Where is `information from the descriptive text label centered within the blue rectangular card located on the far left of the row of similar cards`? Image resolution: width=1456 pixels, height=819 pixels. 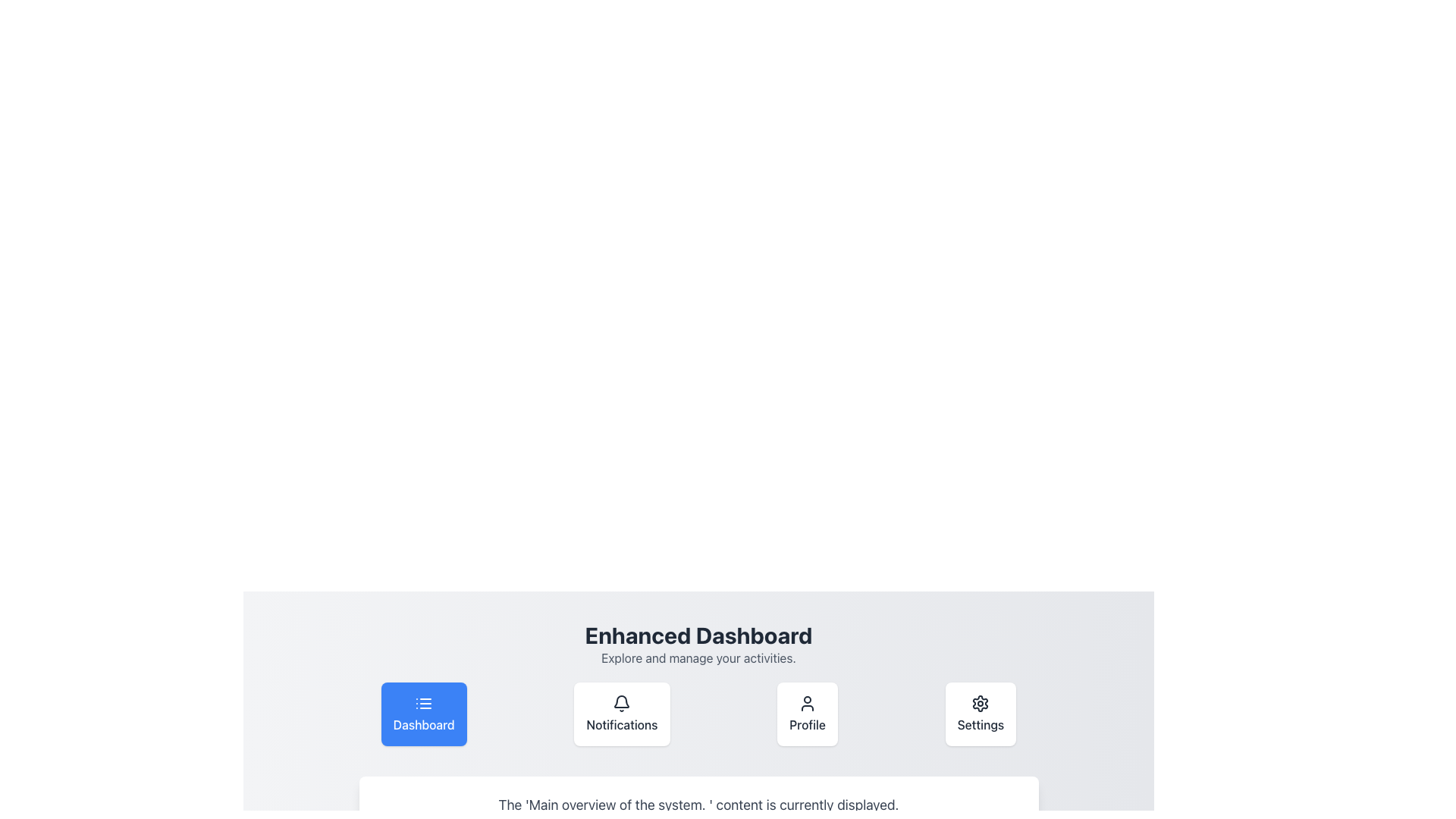 information from the descriptive text label centered within the blue rectangular card located on the far left of the row of similar cards is located at coordinates (424, 724).